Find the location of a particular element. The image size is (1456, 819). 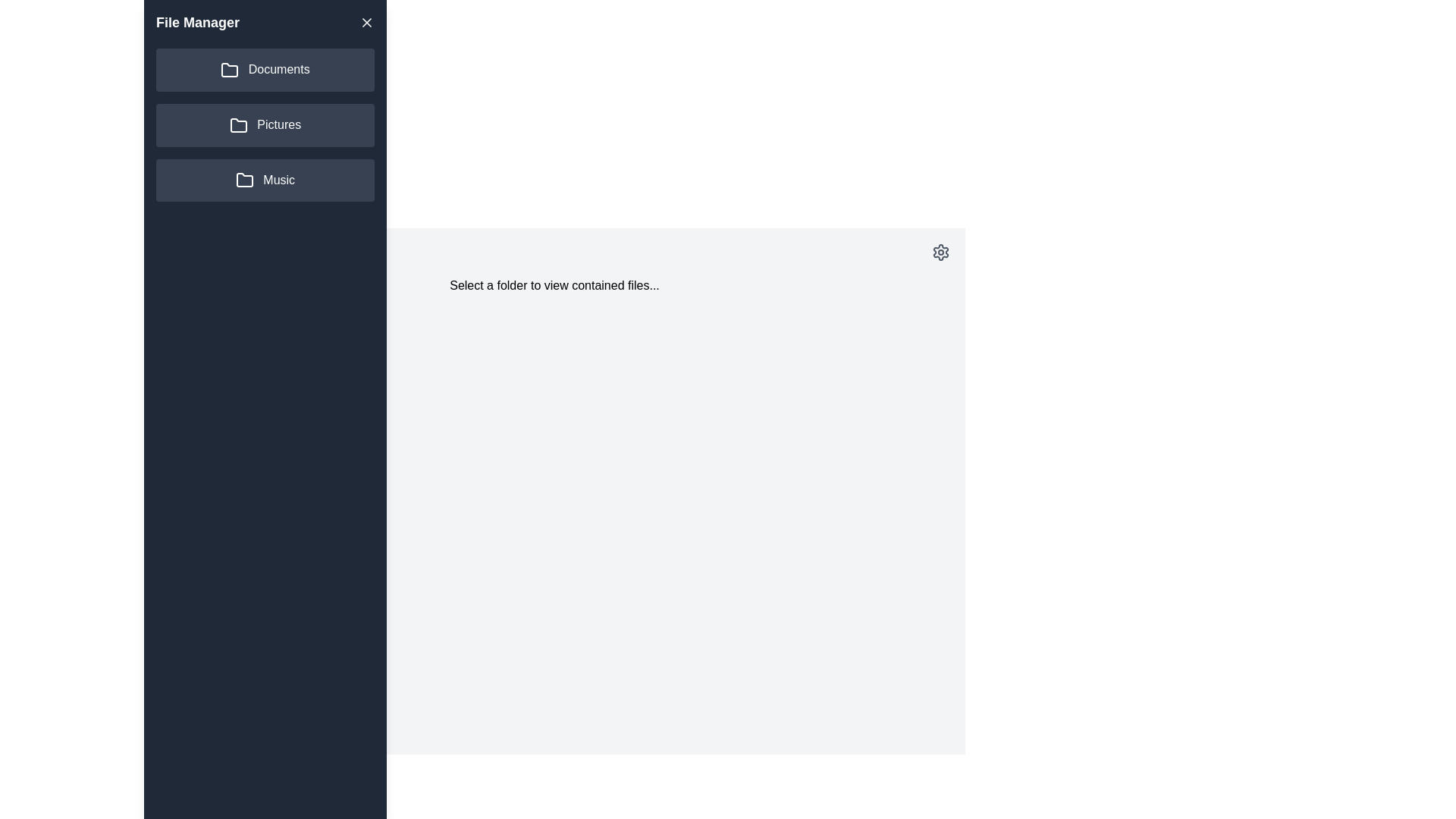

the folder Music from the side drawer is located at coordinates (265, 180).